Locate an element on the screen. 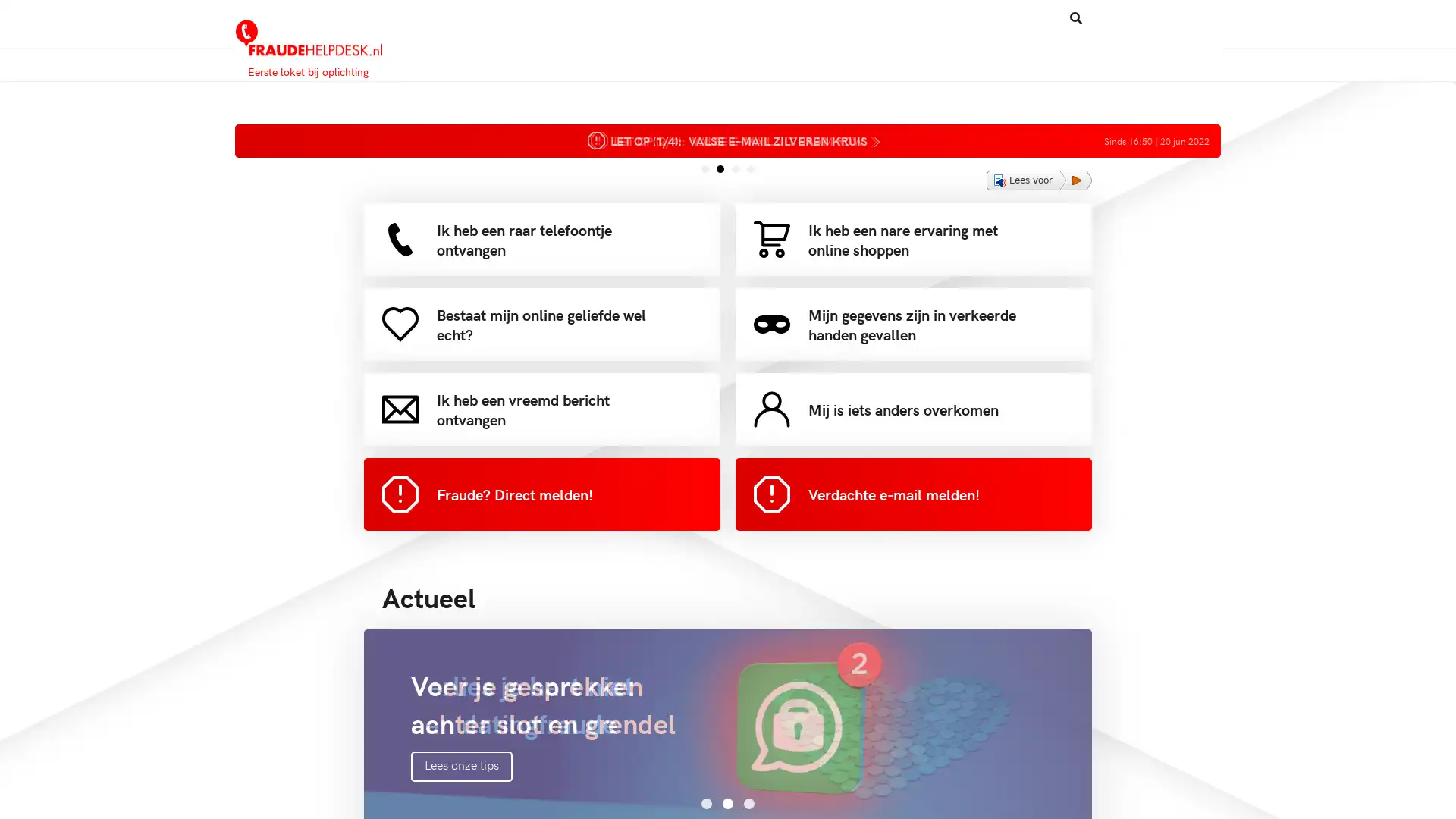  Lees voor is located at coordinates (1038, 180).